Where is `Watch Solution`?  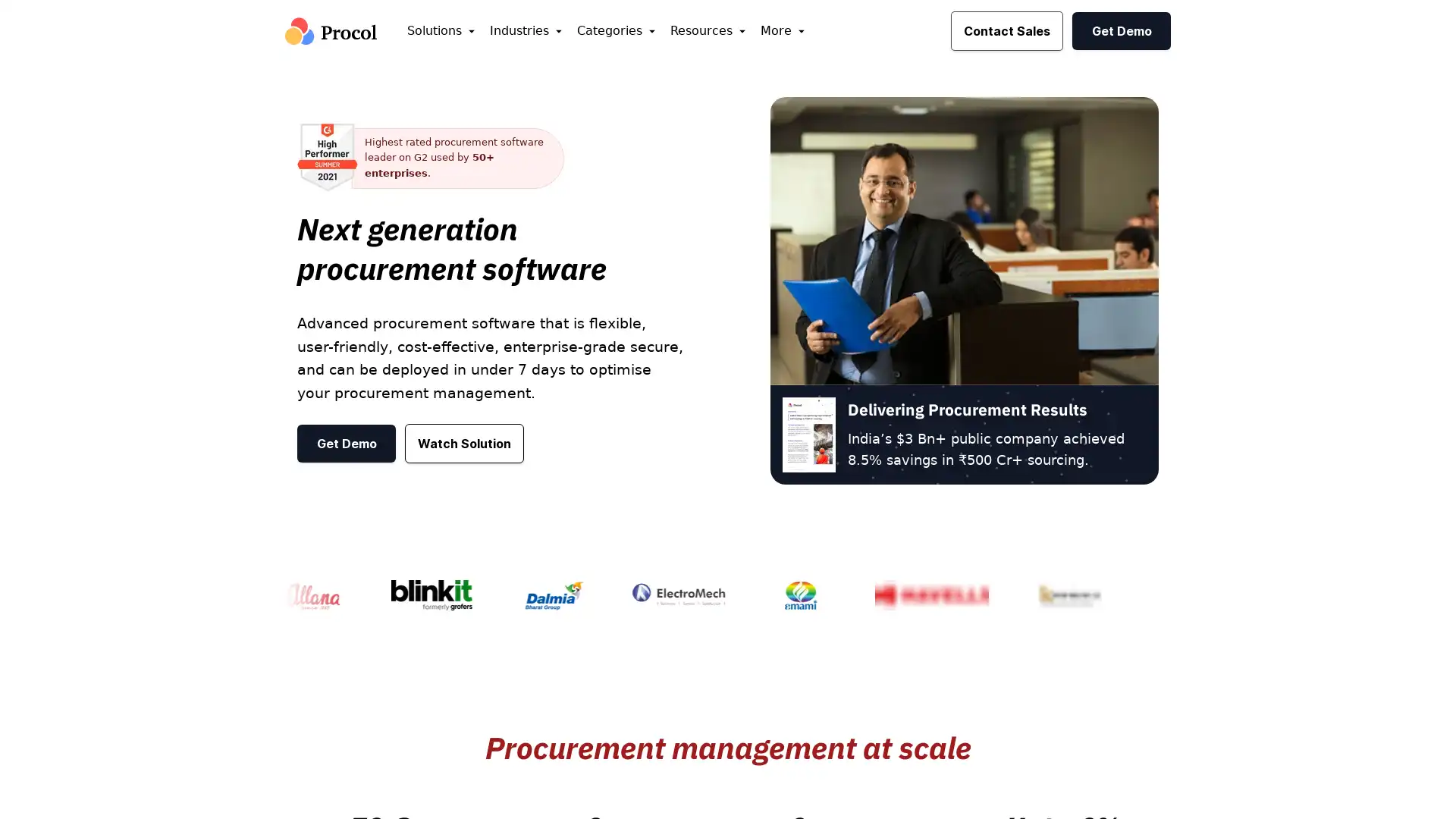 Watch Solution is located at coordinates (463, 442).